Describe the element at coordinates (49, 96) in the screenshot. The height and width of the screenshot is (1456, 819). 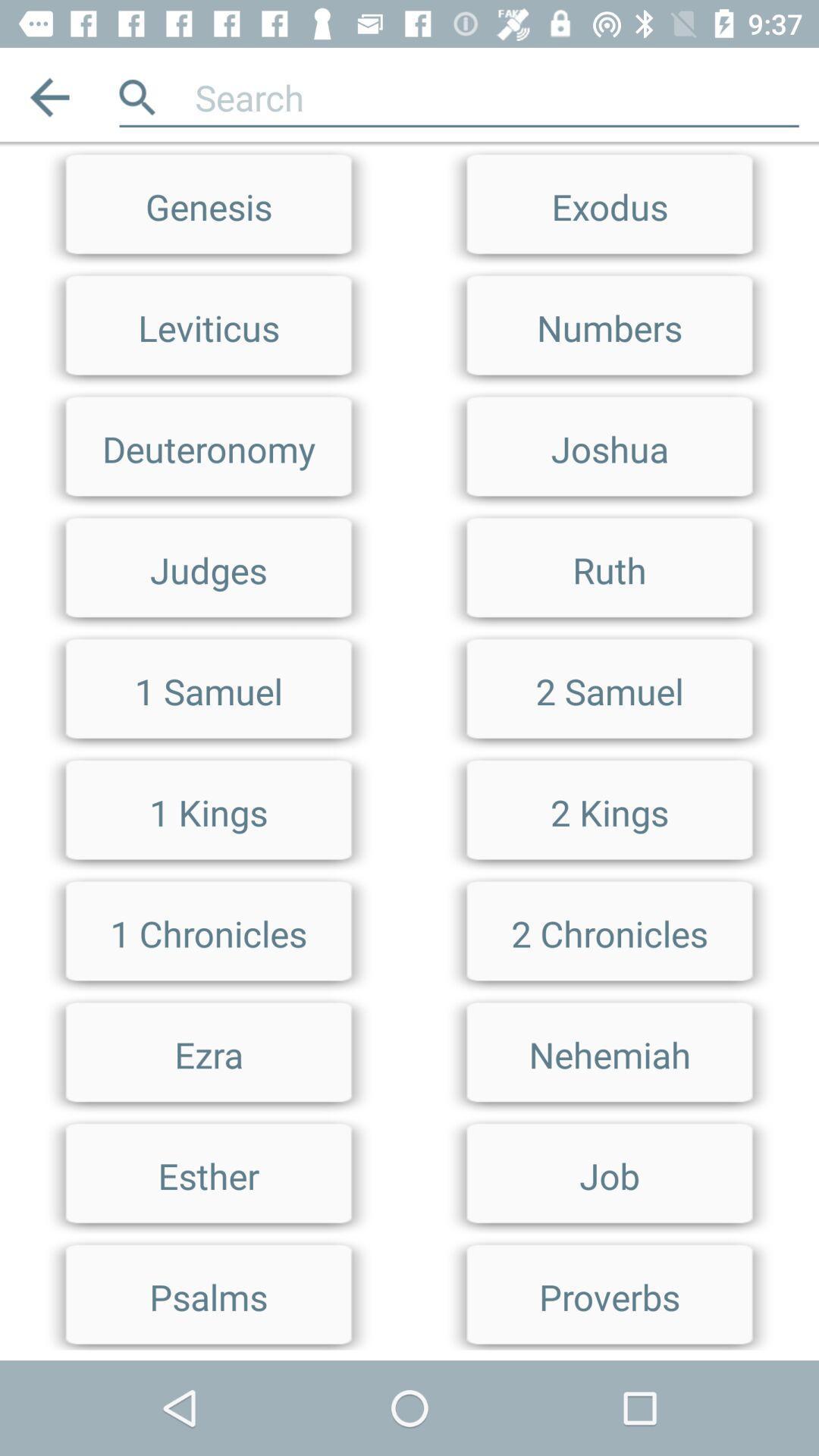
I see `the item above genesis item` at that location.